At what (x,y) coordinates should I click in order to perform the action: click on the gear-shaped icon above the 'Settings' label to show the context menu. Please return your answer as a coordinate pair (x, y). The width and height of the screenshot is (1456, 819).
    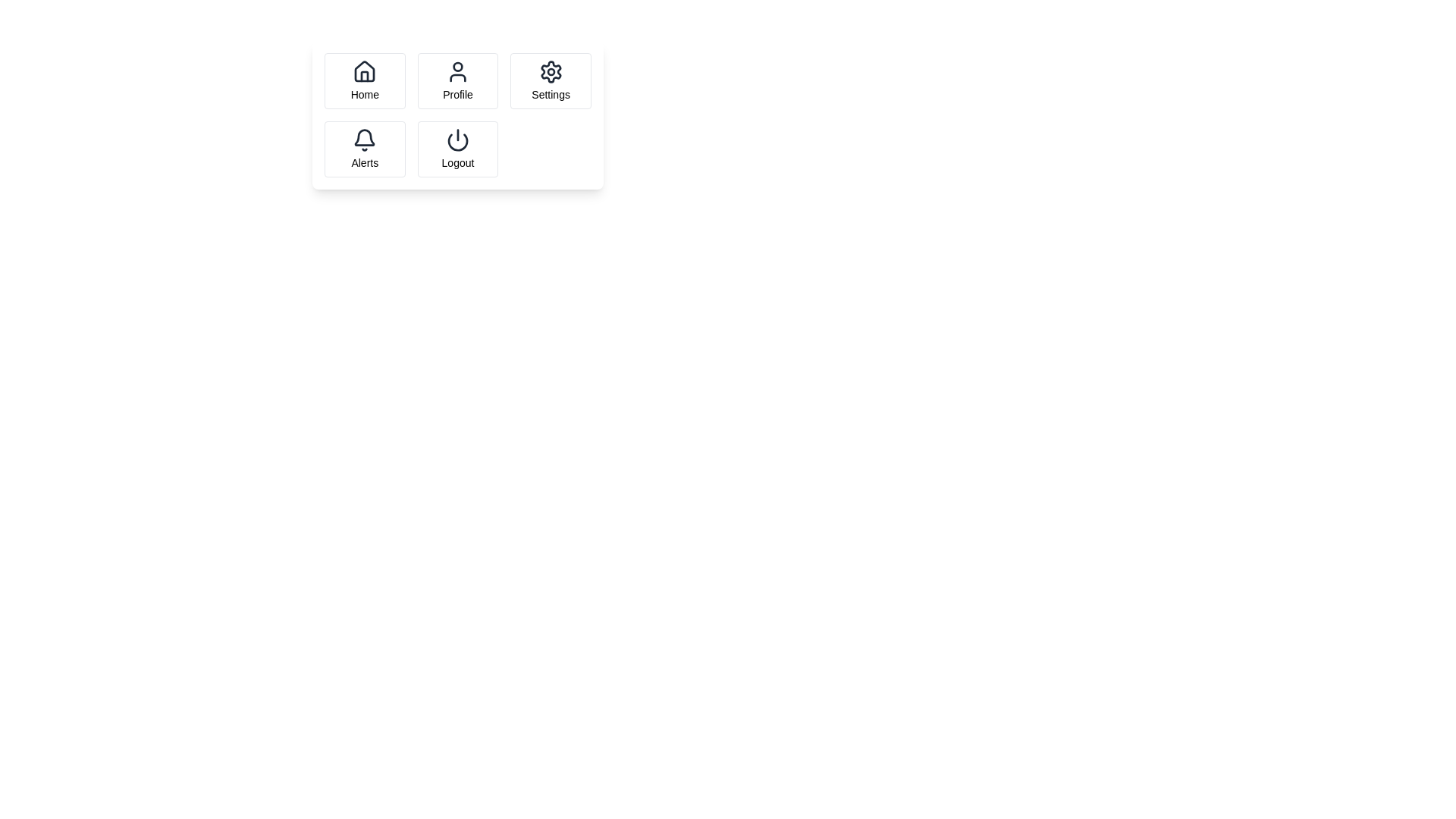
    Looking at the image, I should click on (550, 72).